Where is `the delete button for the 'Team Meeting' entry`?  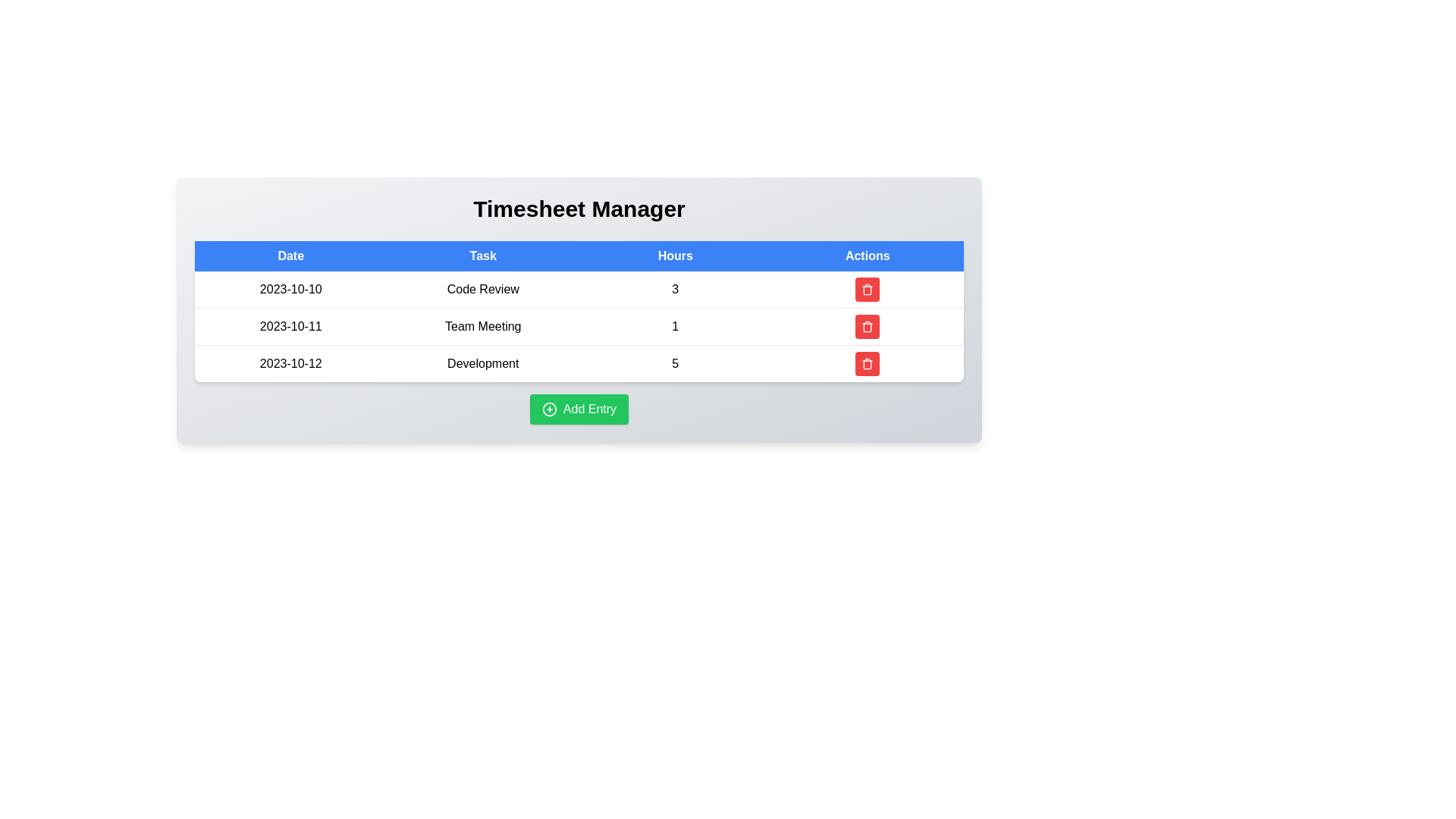 the delete button for the 'Team Meeting' entry is located at coordinates (868, 326).